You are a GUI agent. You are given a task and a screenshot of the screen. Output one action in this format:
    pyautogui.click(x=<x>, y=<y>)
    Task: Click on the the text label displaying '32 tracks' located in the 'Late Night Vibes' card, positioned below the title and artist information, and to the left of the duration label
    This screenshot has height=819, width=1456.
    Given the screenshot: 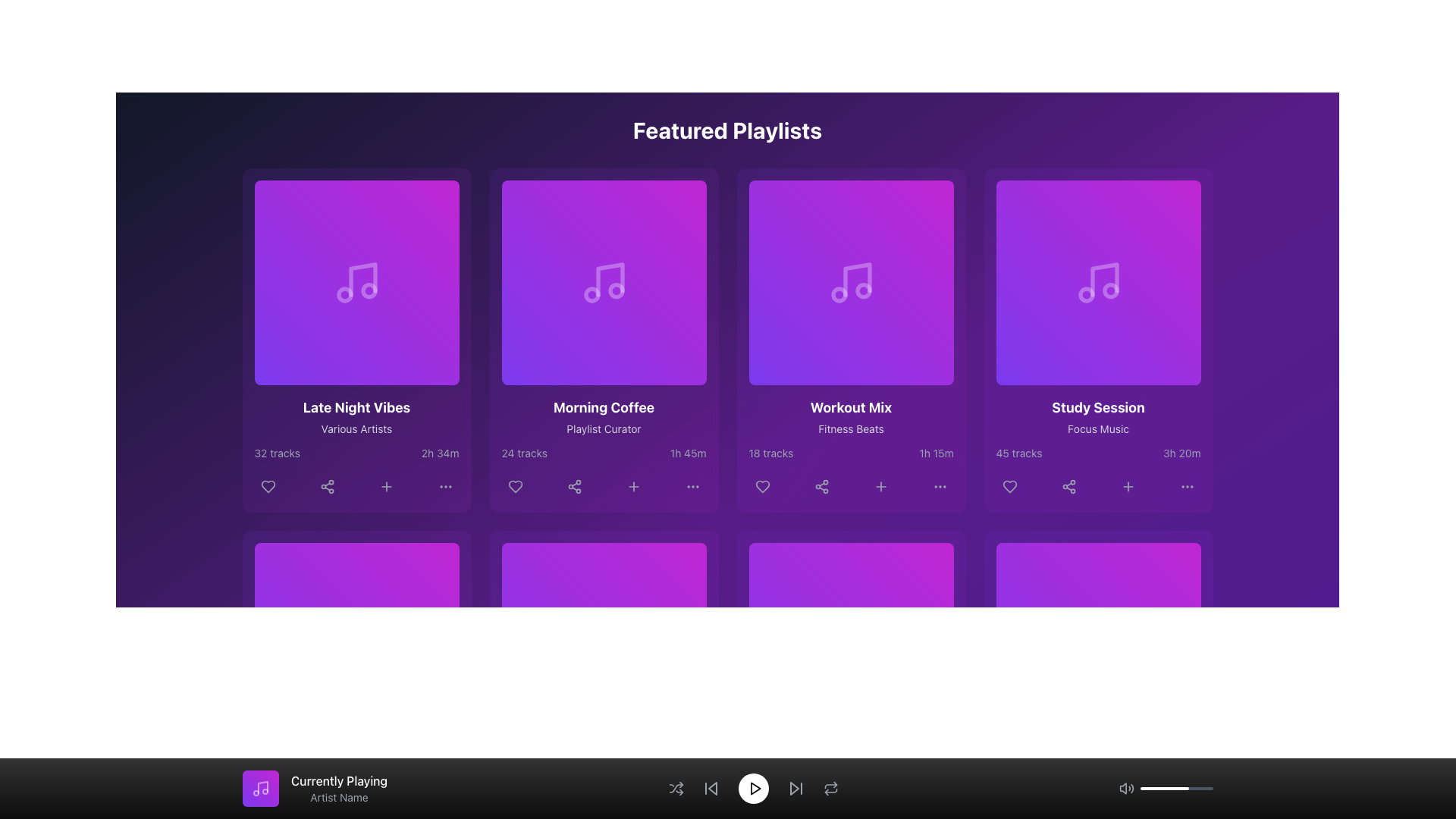 What is the action you would take?
    pyautogui.click(x=277, y=452)
    